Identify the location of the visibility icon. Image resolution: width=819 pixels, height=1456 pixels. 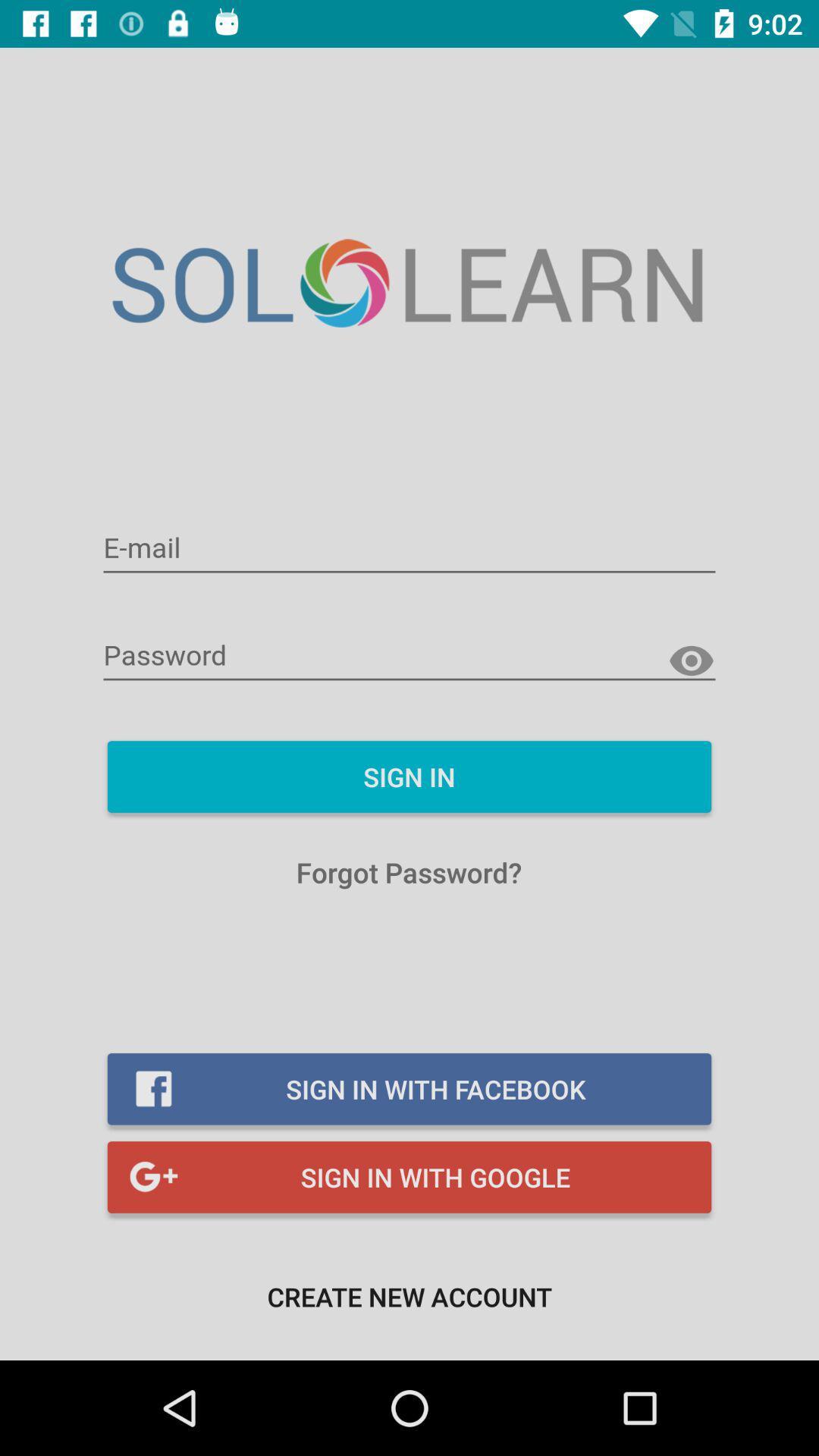
(691, 661).